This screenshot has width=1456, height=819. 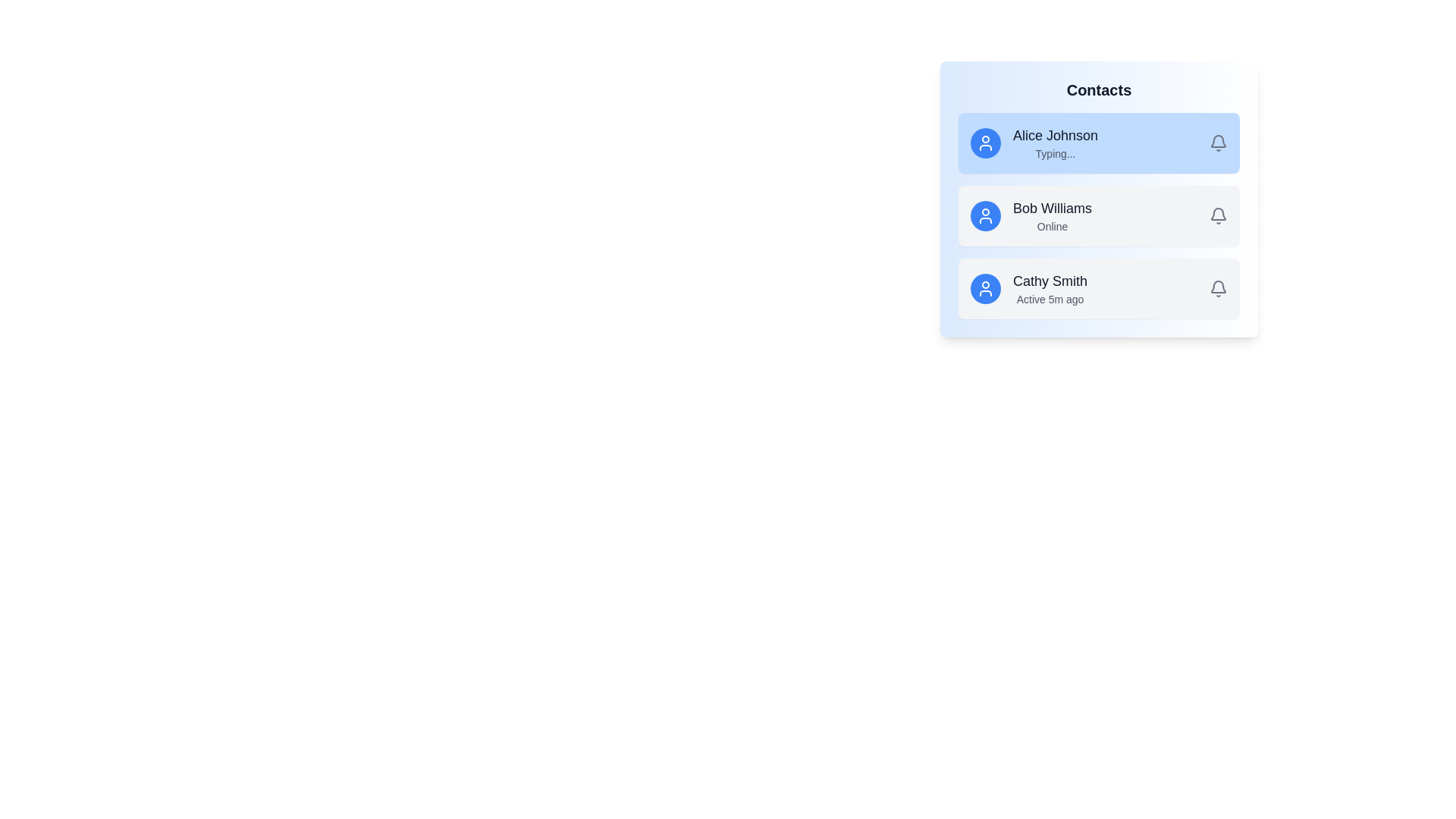 What do you see at coordinates (986, 289) in the screenshot?
I see `the user selection icon with a white outline of a user figure inside a bright blue circular background, located in the third contact card aligned with 'Cathy Smith'` at bounding box center [986, 289].